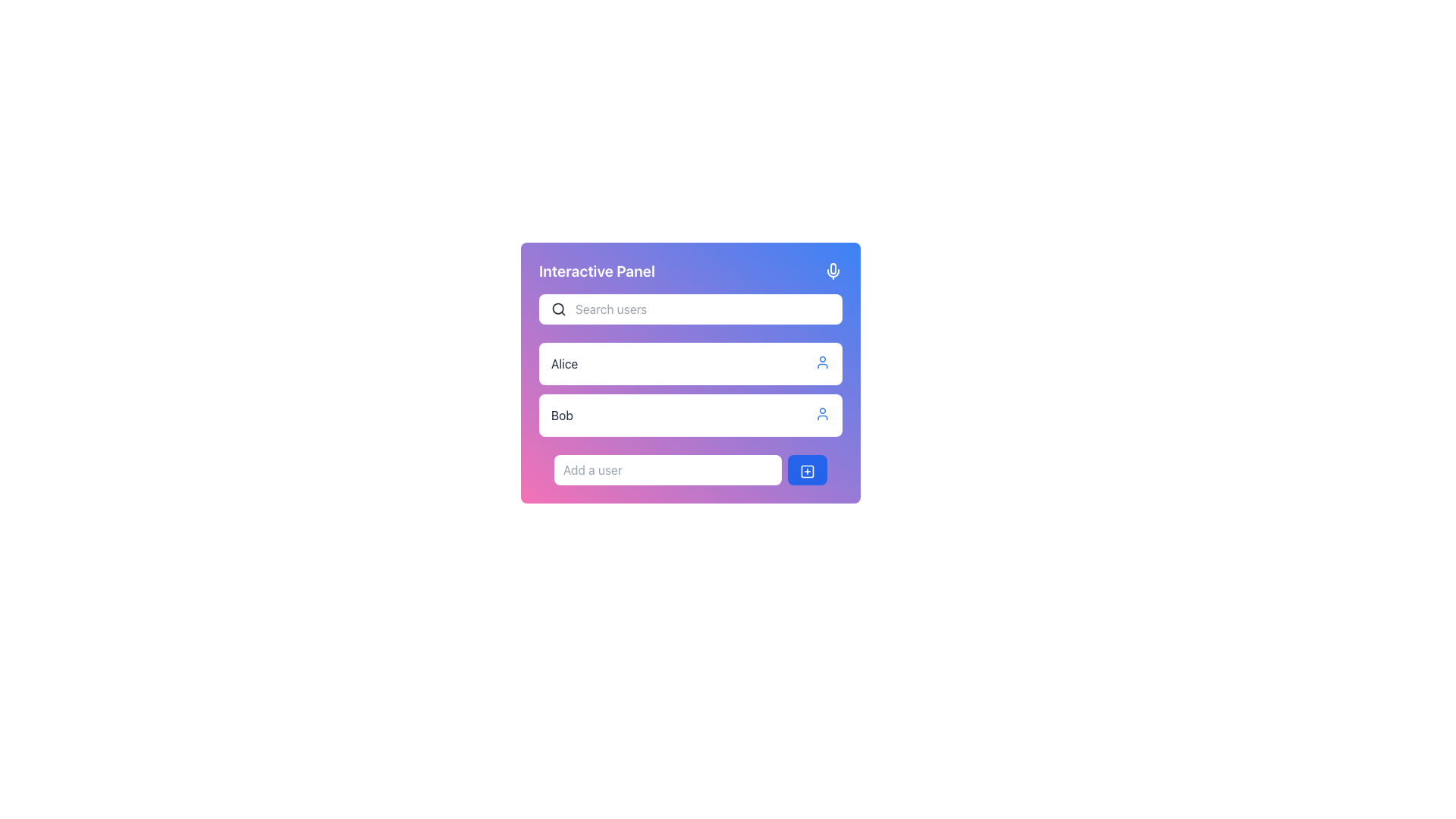 The width and height of the screenshot is (1456, 819). I want to click on the 'Add' icon located within the button to the right of the 'Add a user' input field in the Interactive Panel, so click(807, 470).